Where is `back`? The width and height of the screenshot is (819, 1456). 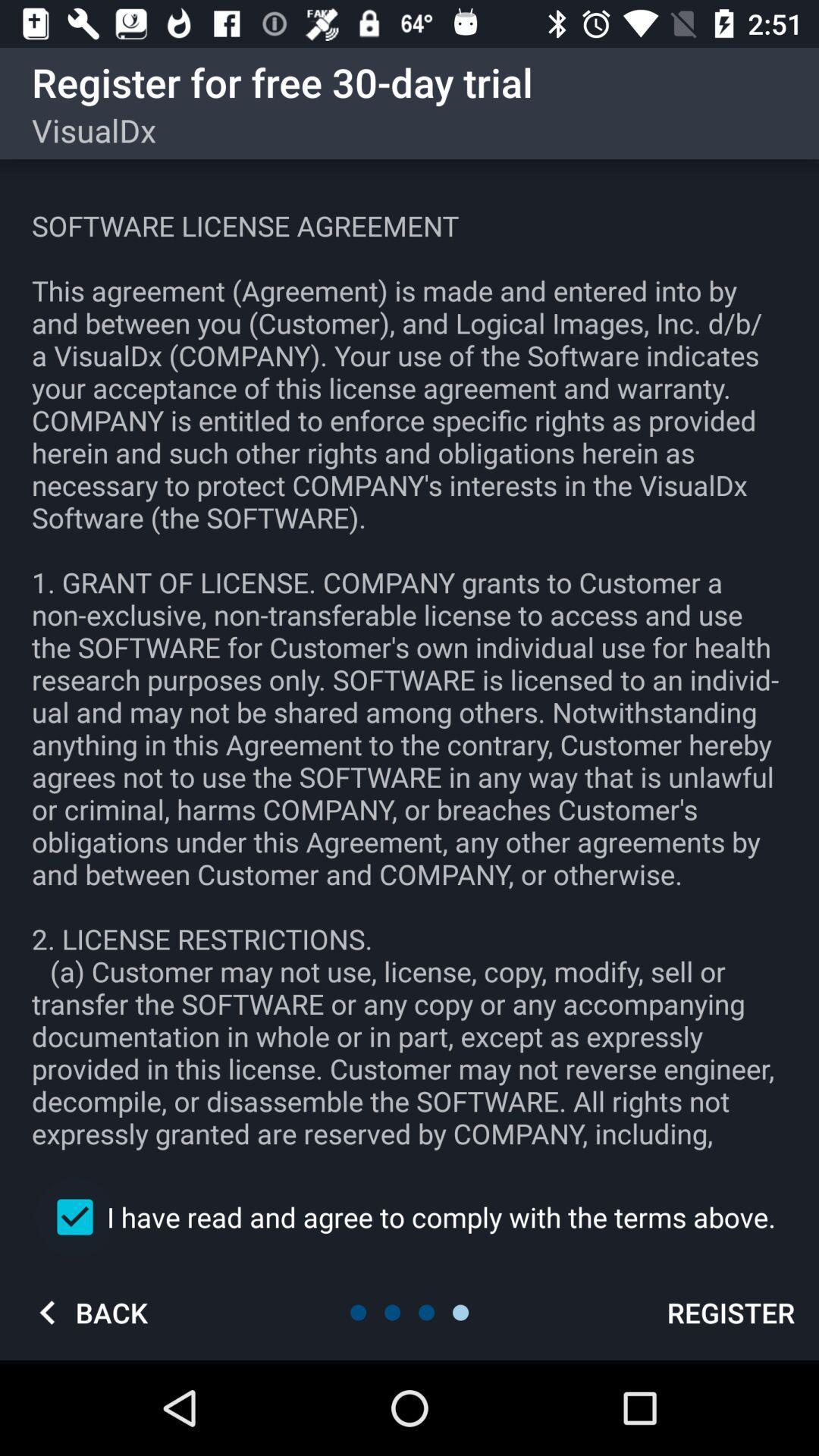
back is located at coordinates (87, 1312).